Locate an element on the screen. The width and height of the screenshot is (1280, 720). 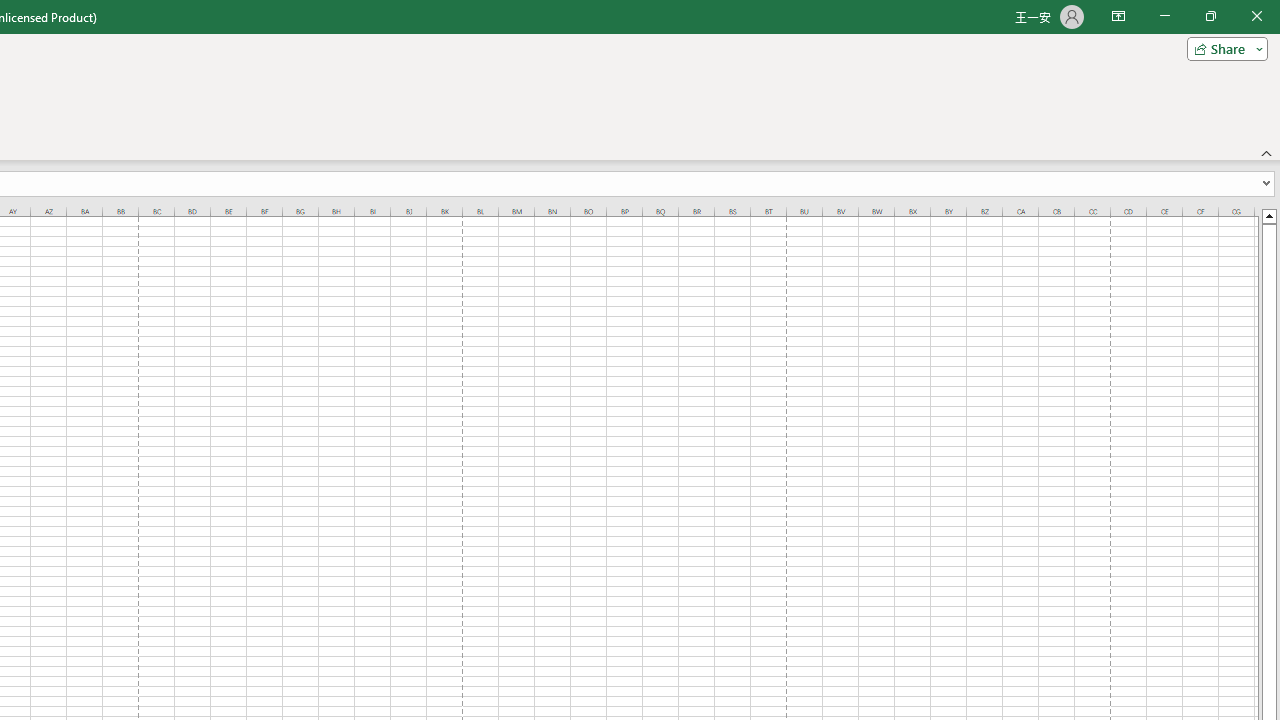
'Restore Down' is located at coordinates (1209, 16).